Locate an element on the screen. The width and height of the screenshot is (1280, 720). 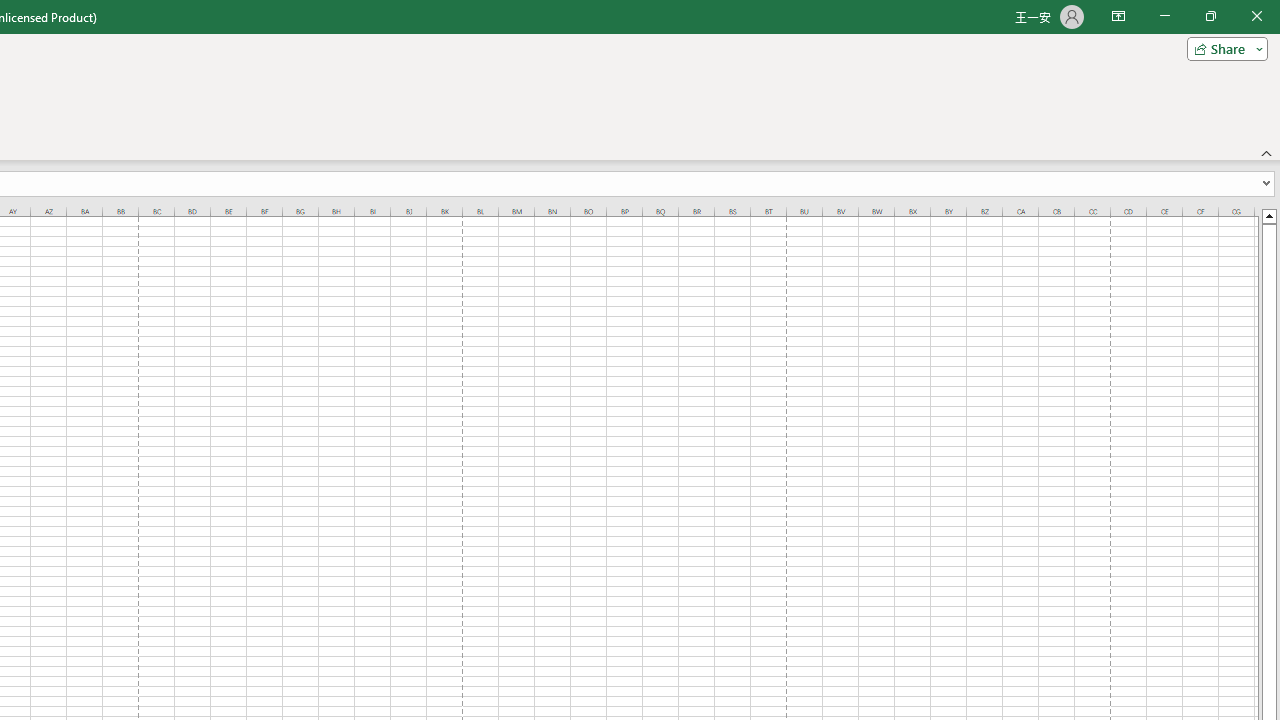
'Restore Down' is located at coordinates (1209, 16).